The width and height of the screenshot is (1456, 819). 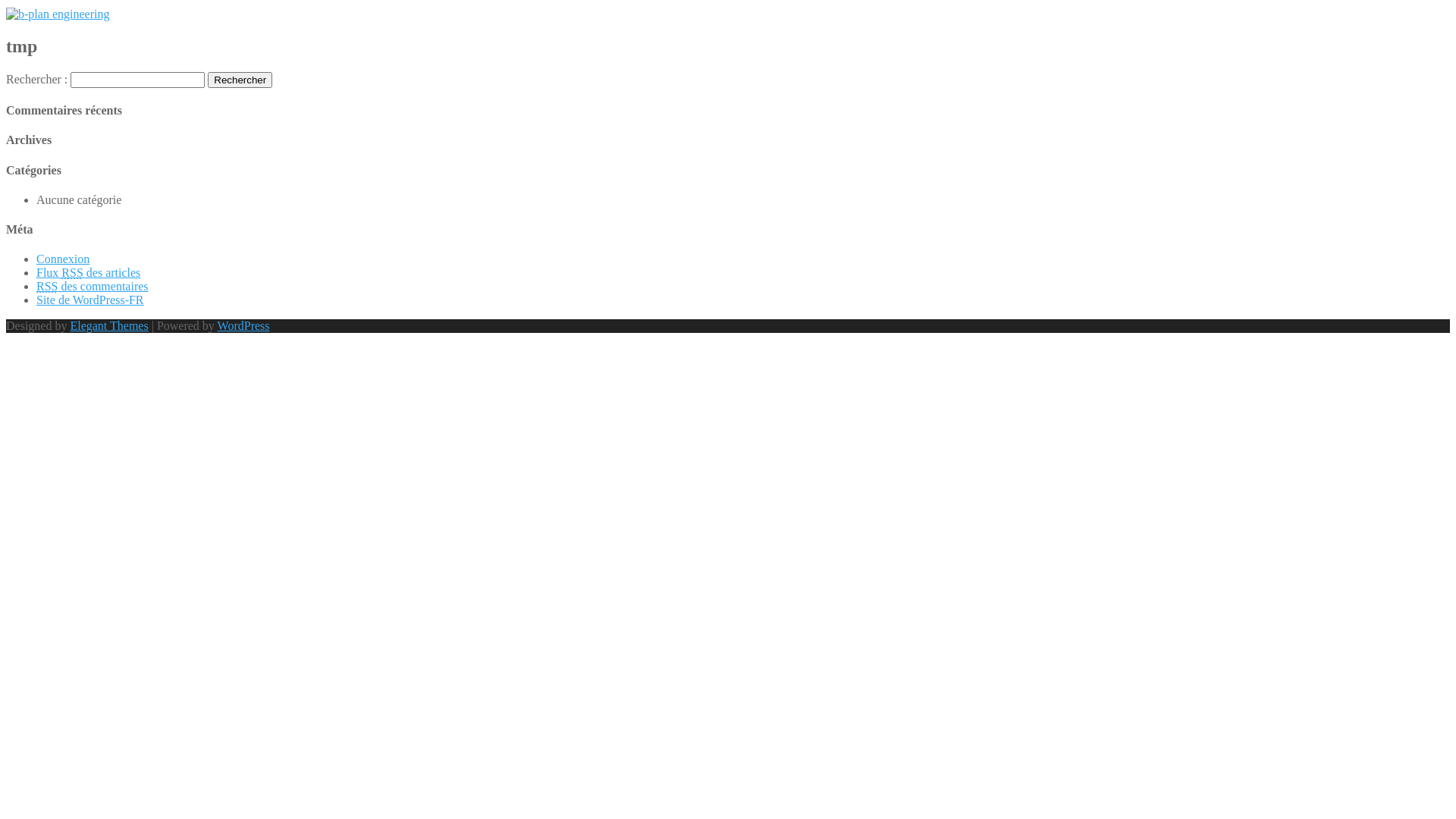 What do you see at coordinates (68, 325) in the screenshot?
I see `'Elegant Themes'` at bounding box center [68, 325].